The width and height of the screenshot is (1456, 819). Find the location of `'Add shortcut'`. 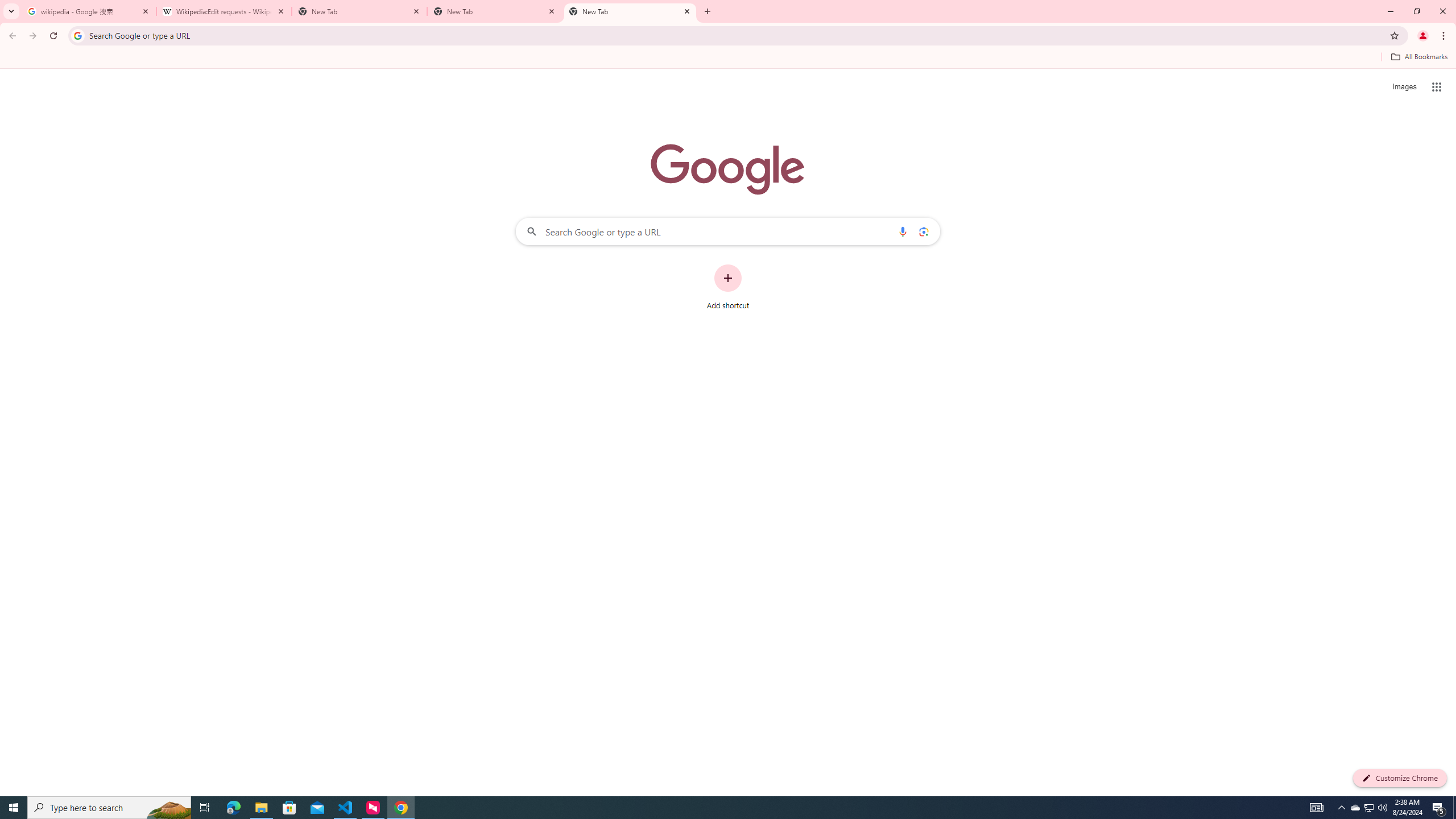

'Add shortcut' is located at coordinates (728, 287).